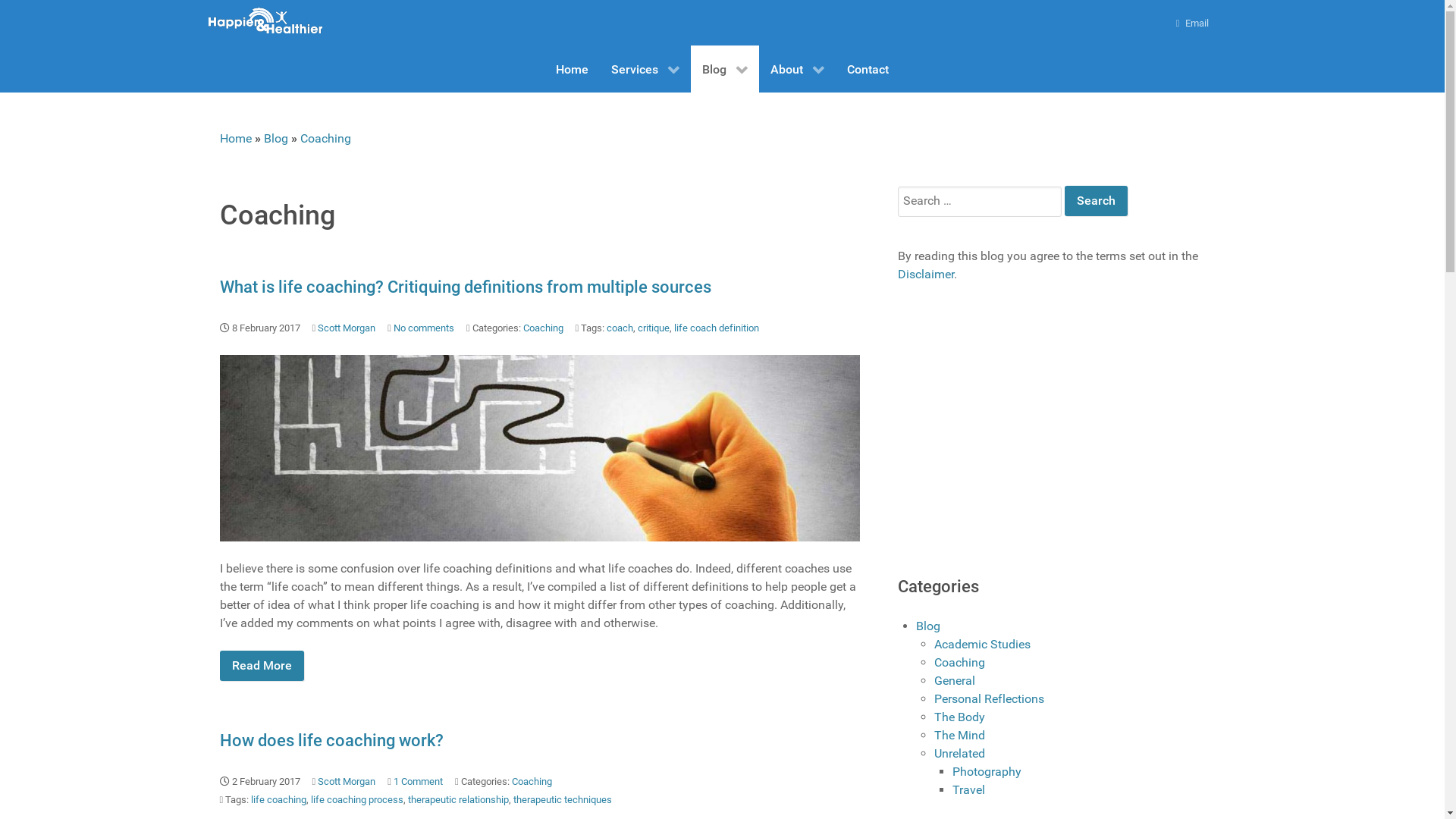 The width and height of the screenshot is (1456, 819). I want to click on 'Search', so click(1096, 200).